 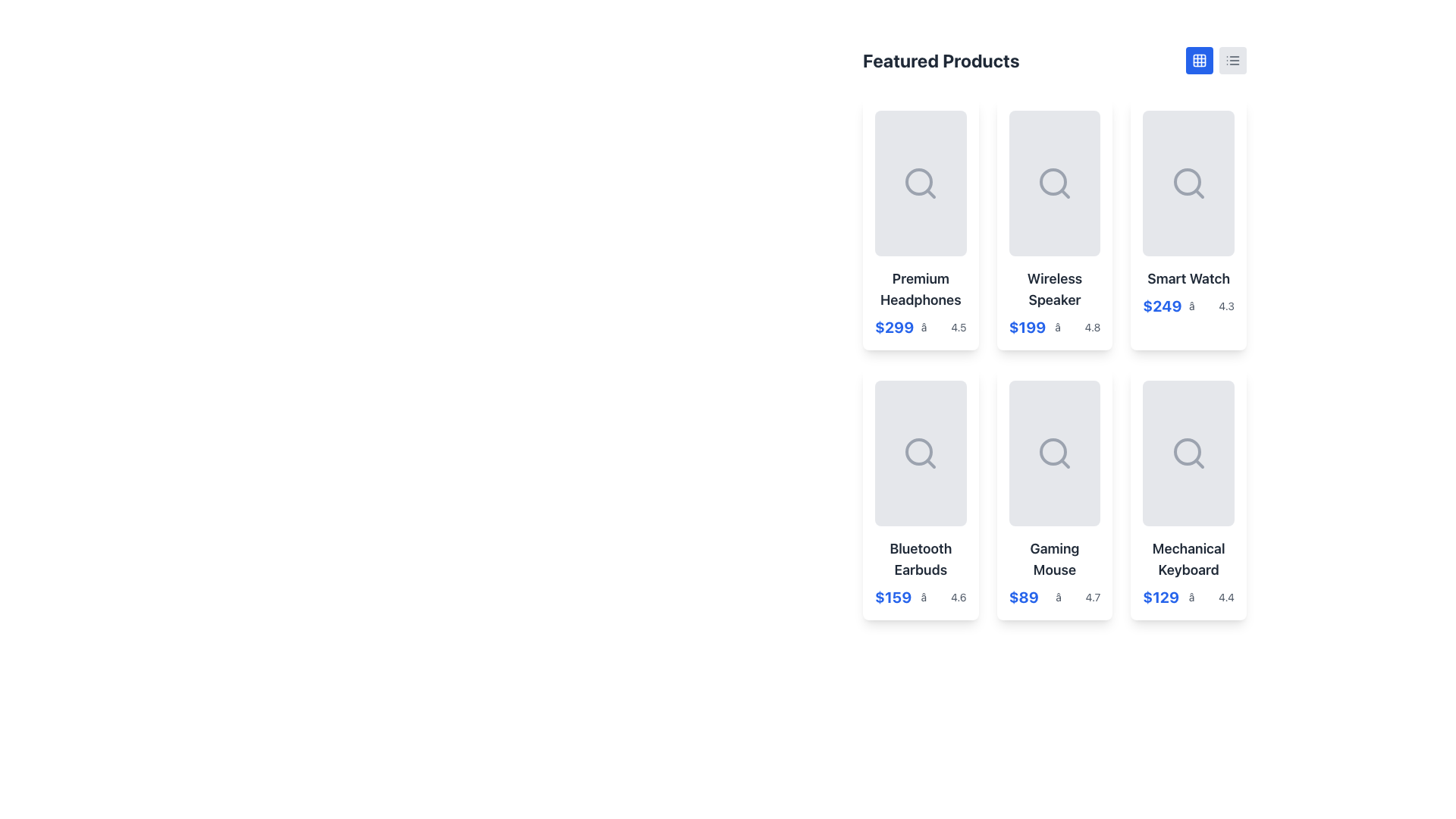 I want to click on price and rating details from the informational text located at the bottom-right corner of the 'Mechanical Keyboard' product card, which provides key information about the item, so click(x=1188, y=596).